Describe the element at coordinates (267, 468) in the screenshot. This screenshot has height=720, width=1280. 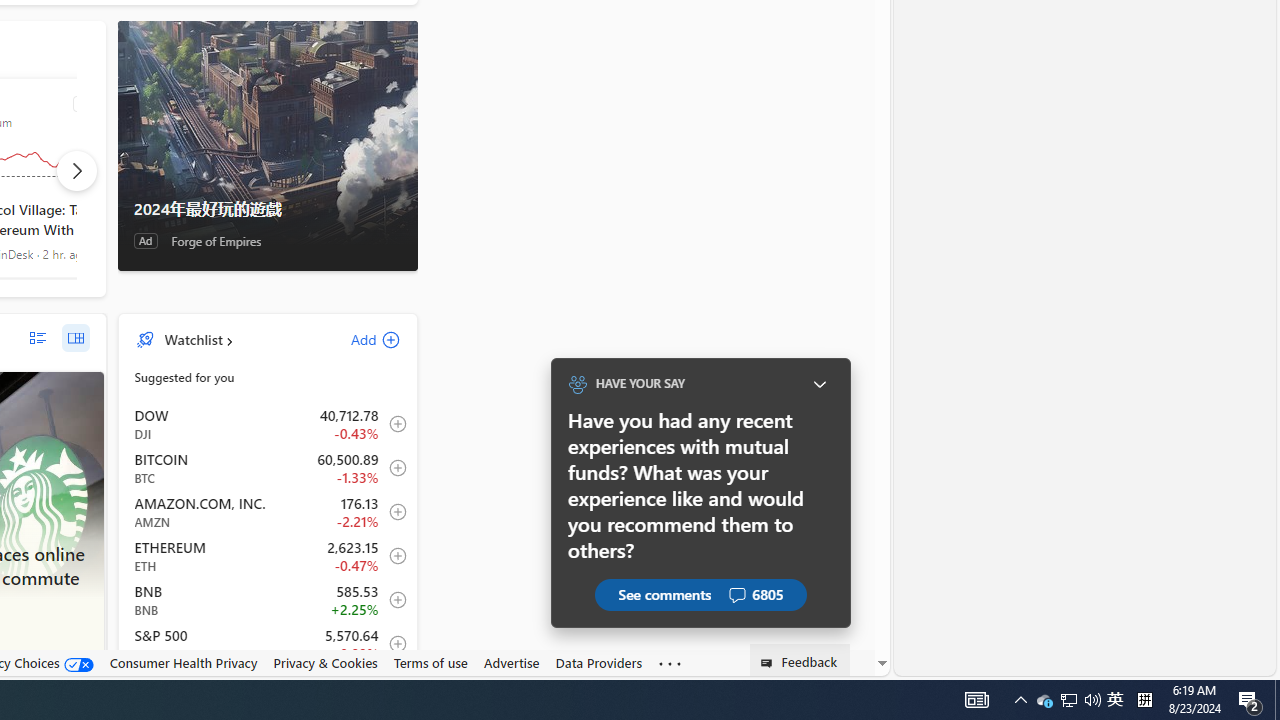
I see `'BTC Bitcoin decrease 60,500.89 -806.48 -1.33% item1'` at that location.